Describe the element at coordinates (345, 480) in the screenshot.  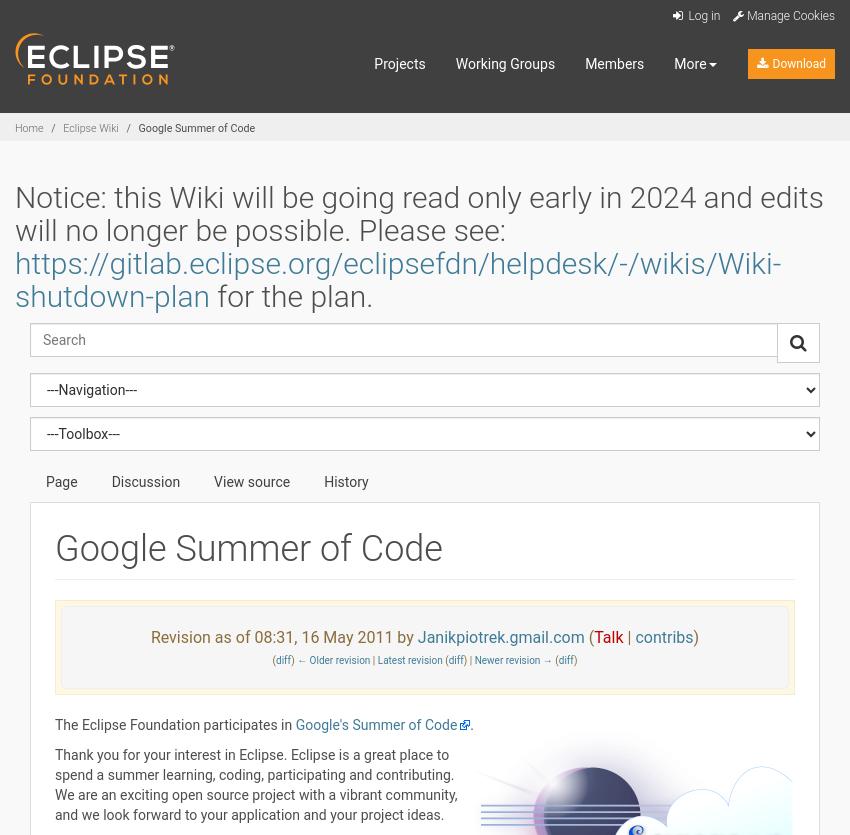
I see `'History'` at that location.